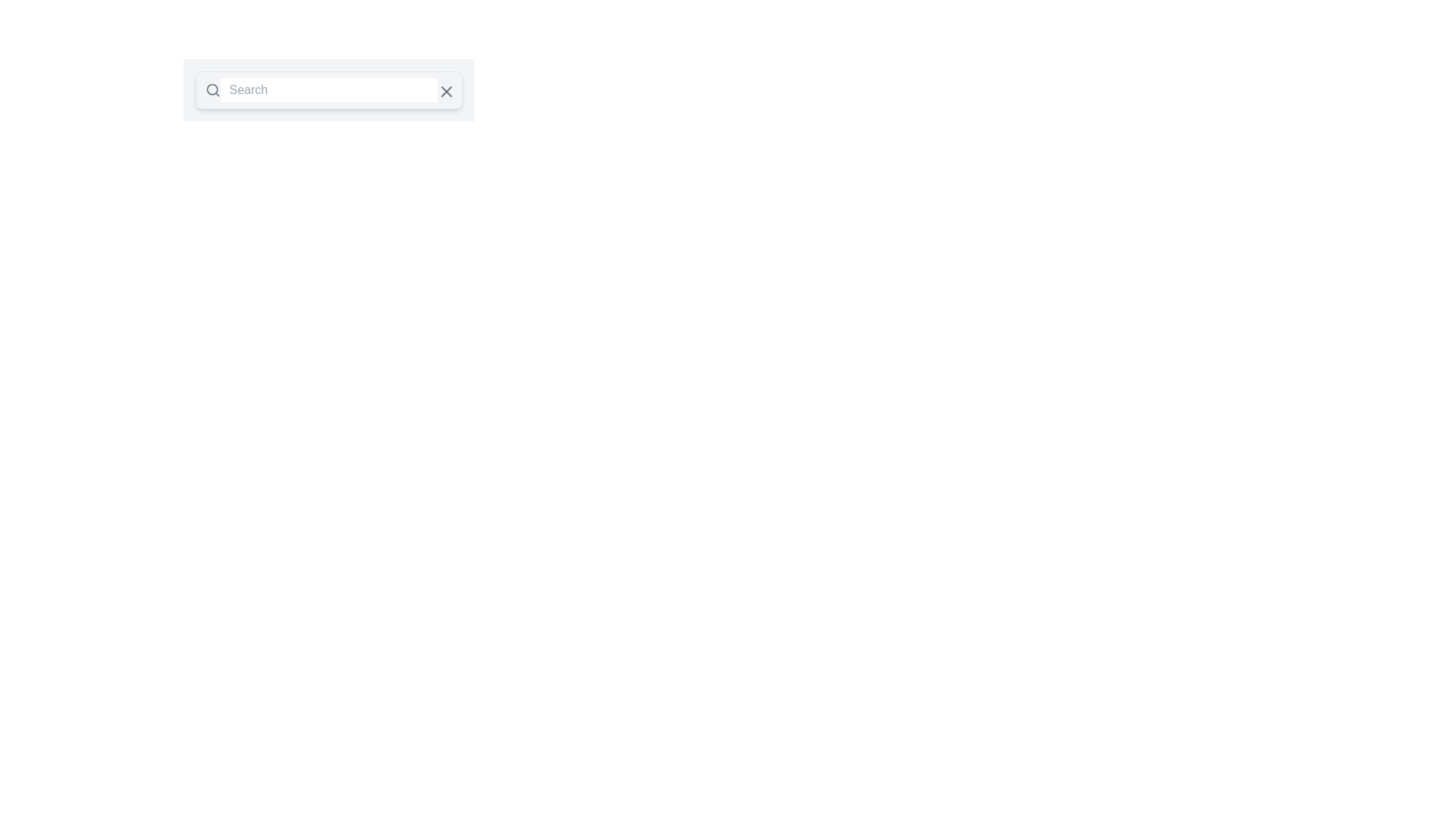 The image size is (1456, 819). Describe the element at coordinates (212, 90) in the screenshot. I see `the magnifying glass icon located to the left of the search text input field in the navigation bar` at that location.